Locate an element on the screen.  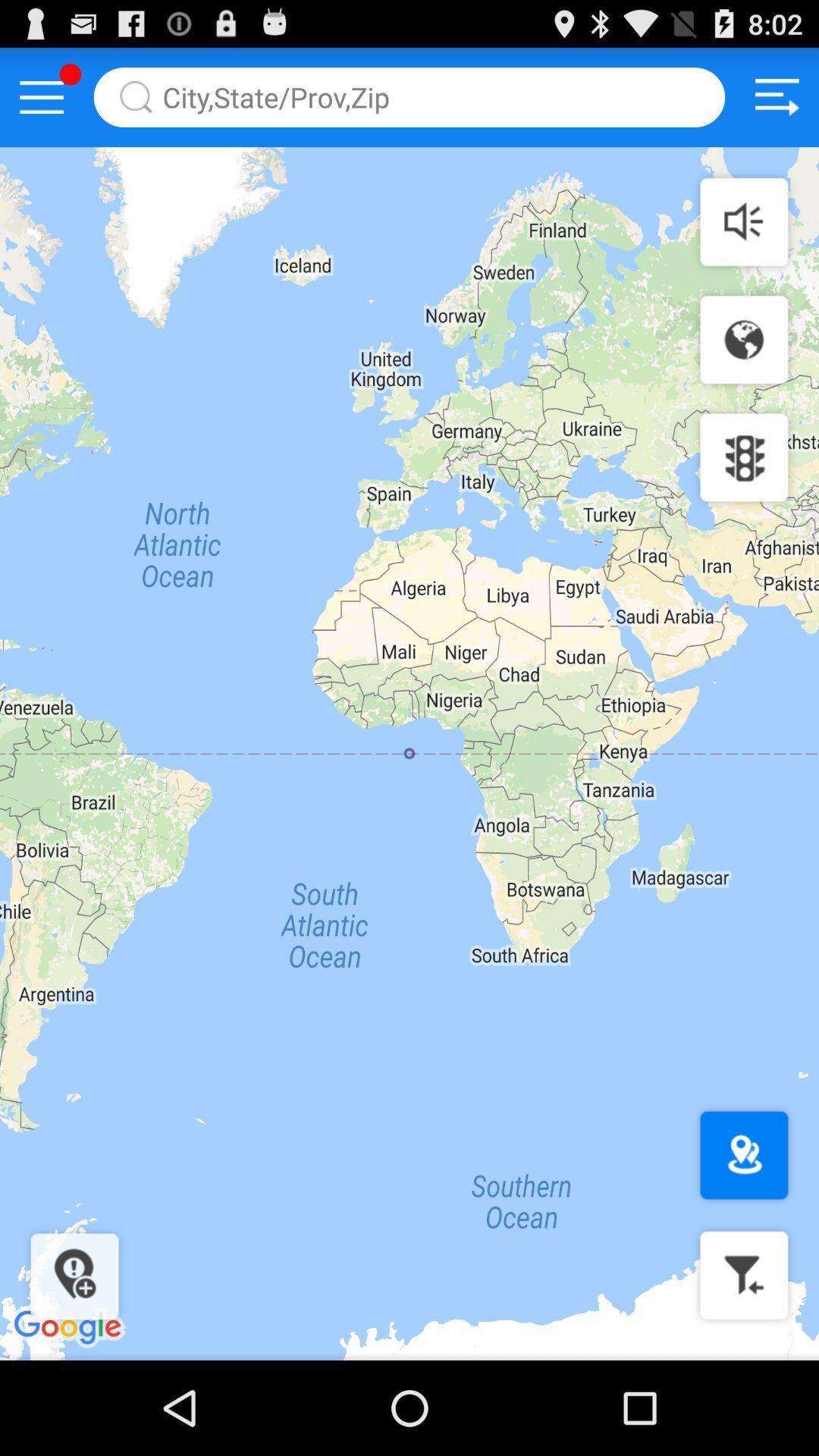
location is located at coordinates (743, 1154).